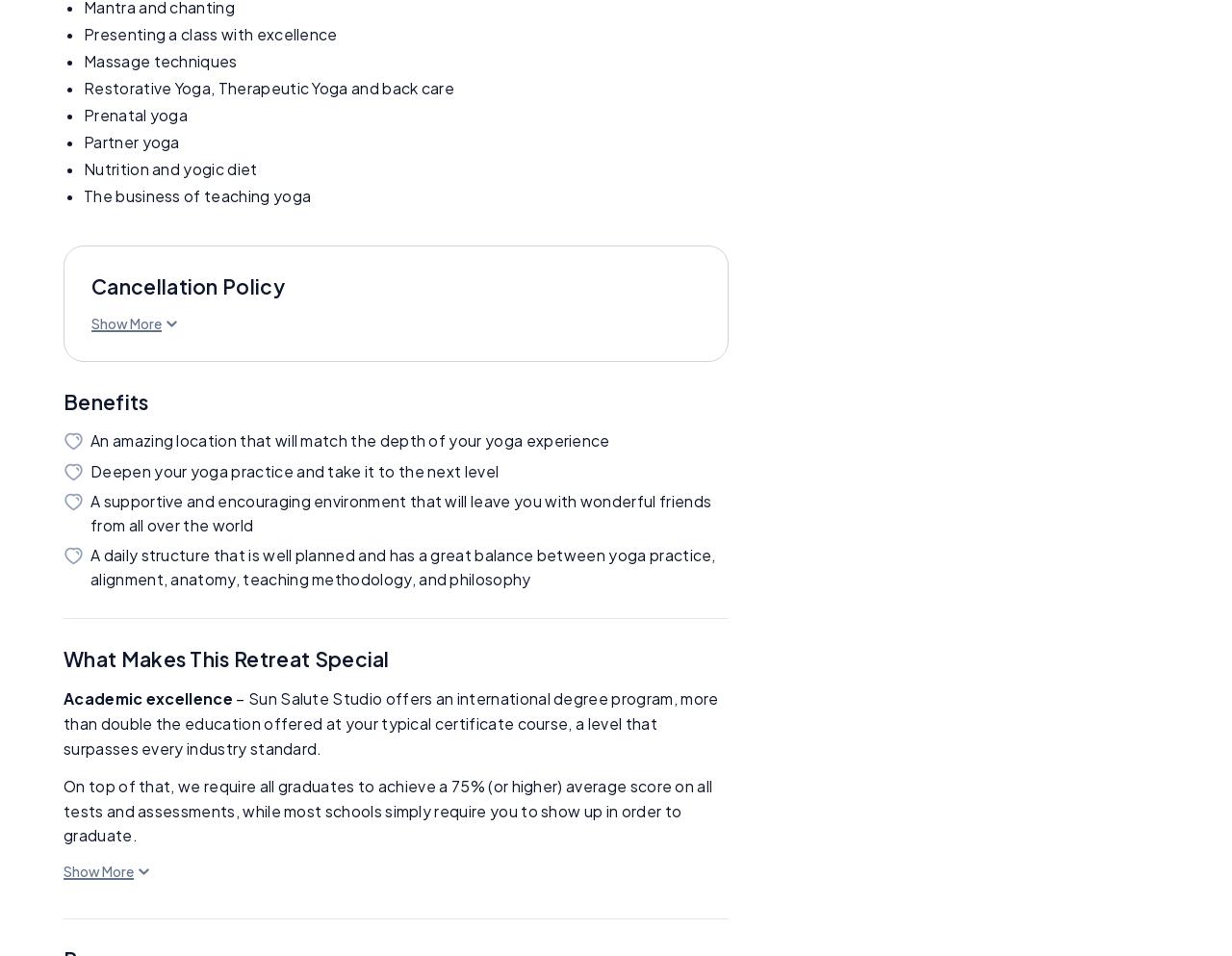 The height and width of the screenshot is (956, 1232). What do you see at coordinates (349, 440) in the screenshot?
I see `'An amazing location that will match the depth of your yoga experience'` at bounding box center [349, 440].